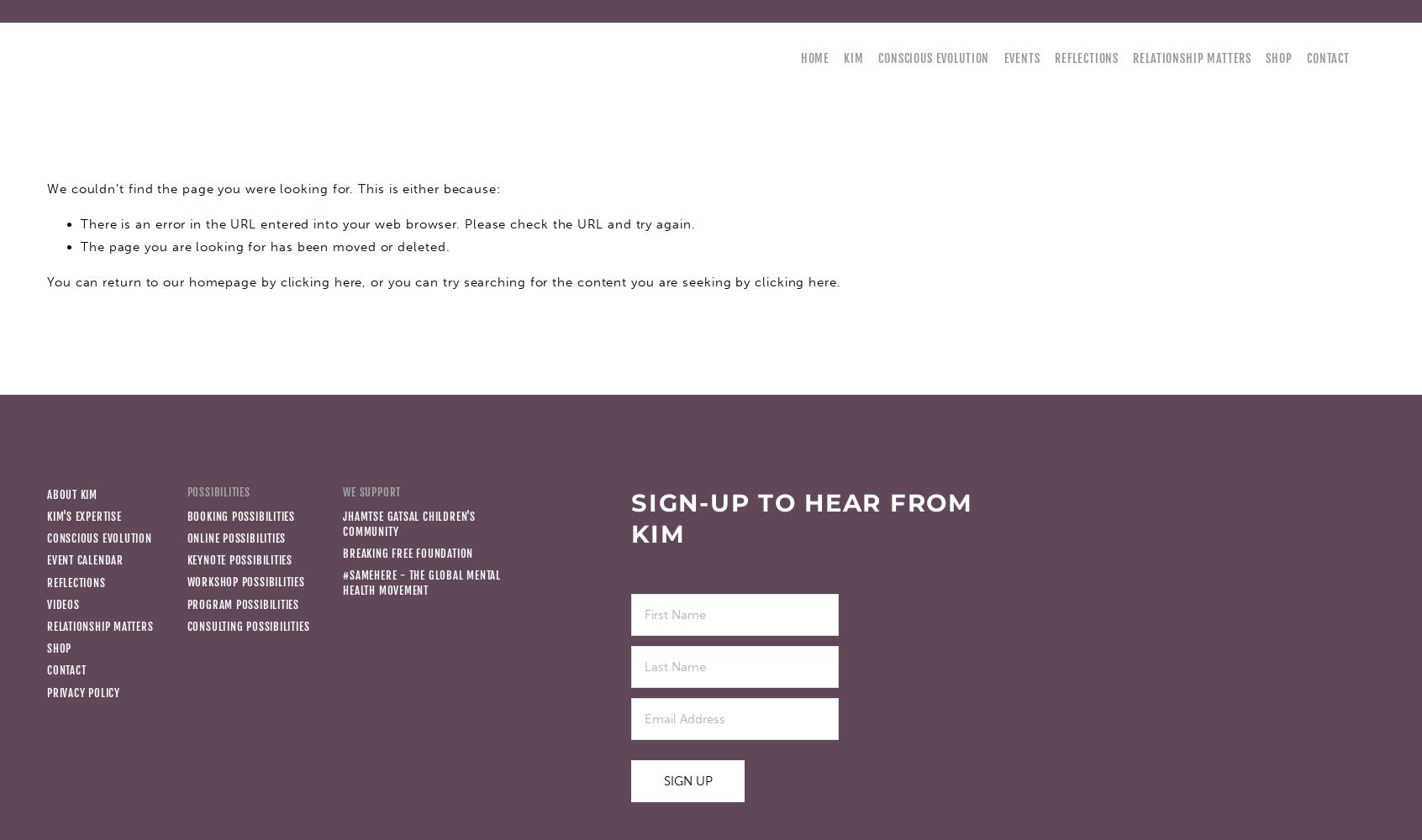 The image size is (1422, 840). I want to click on 'Possibilities', so click(218, 491).